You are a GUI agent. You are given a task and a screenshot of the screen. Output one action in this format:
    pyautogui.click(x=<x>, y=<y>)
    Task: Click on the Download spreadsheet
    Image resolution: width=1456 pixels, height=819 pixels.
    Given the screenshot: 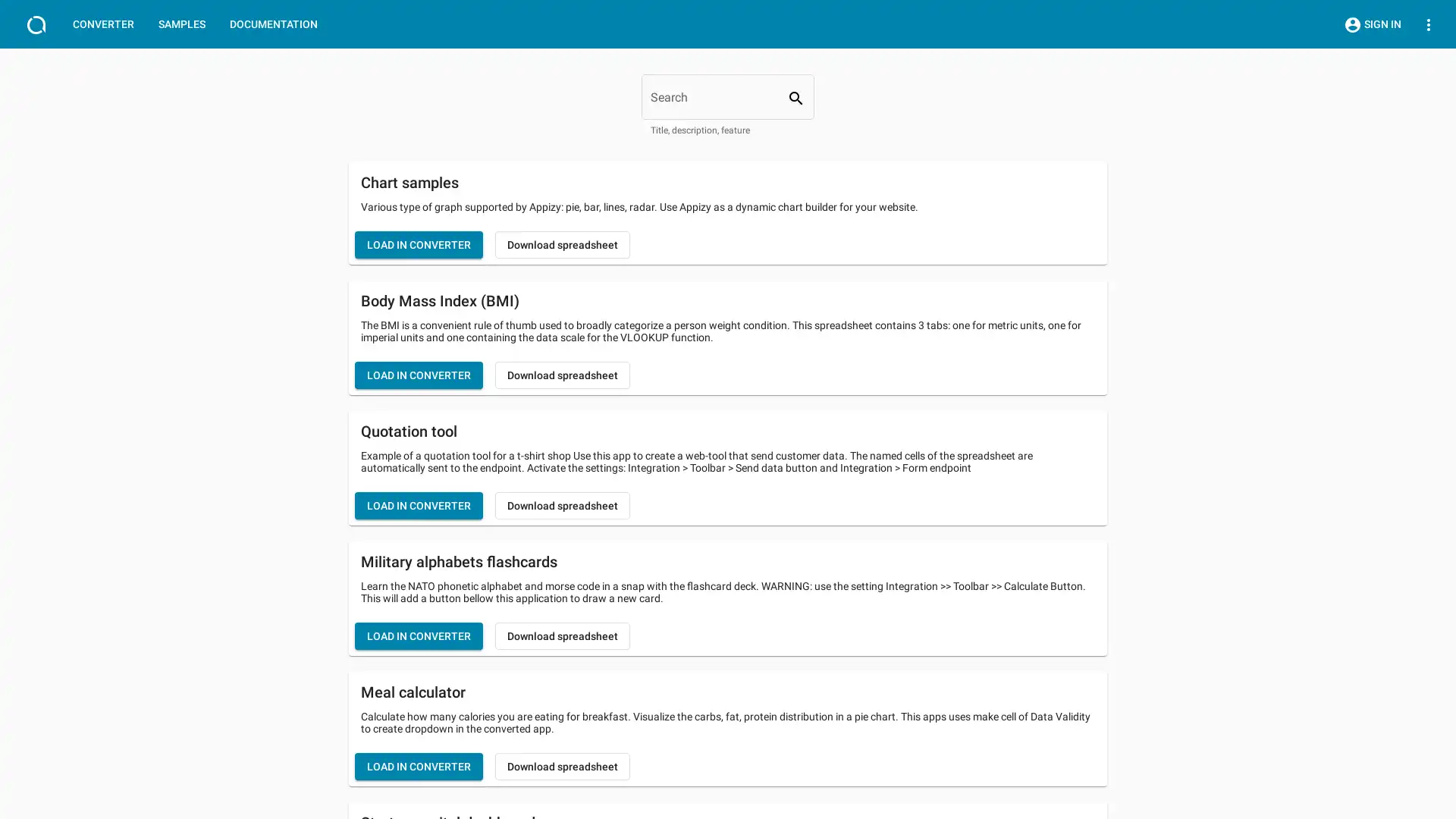 What is the action you would take?
    pyautogui.click(x=562, y=766)
    